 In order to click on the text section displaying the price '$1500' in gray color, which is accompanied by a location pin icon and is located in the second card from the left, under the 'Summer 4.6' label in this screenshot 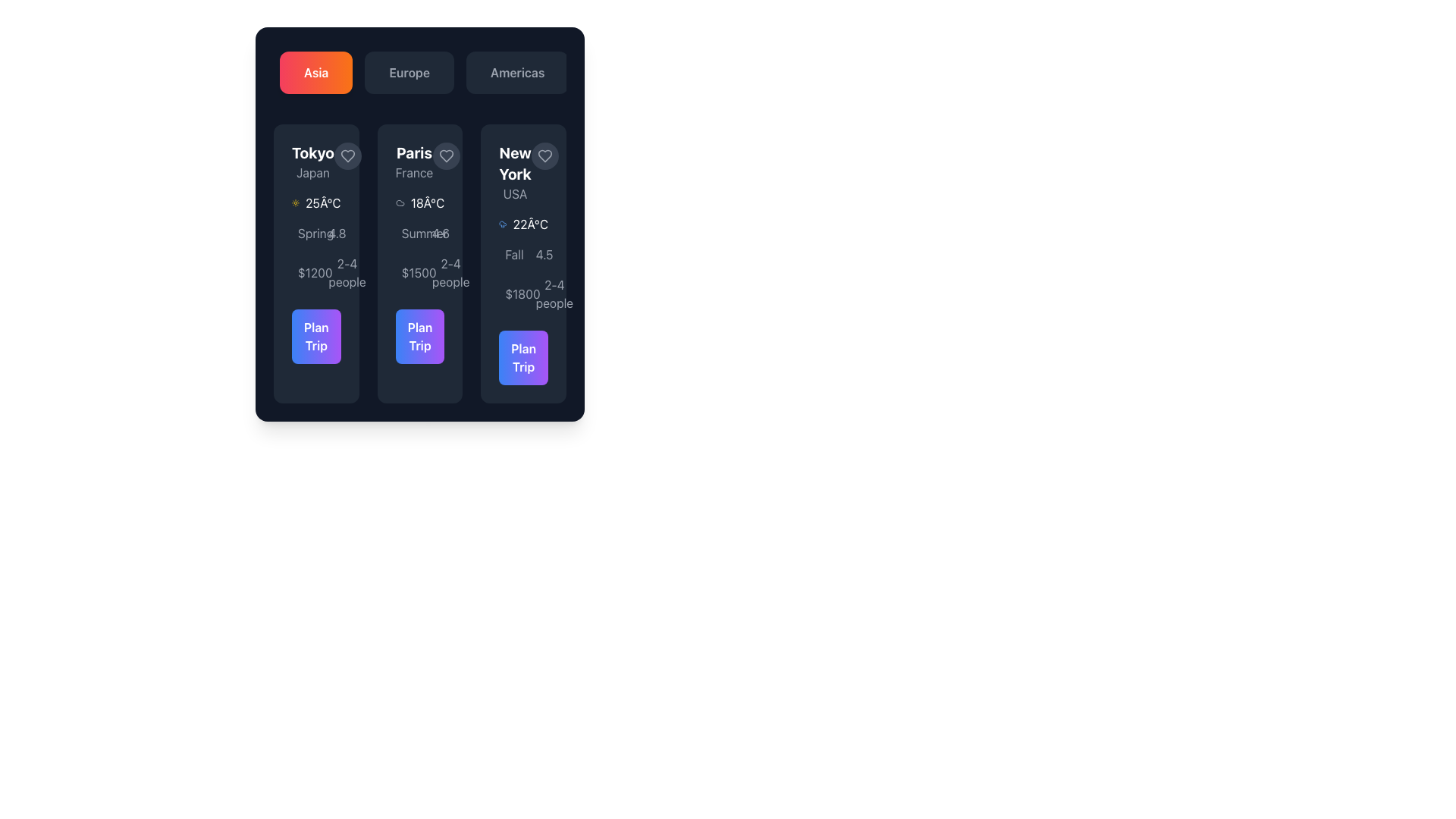, I will do `click(404, 271)`.